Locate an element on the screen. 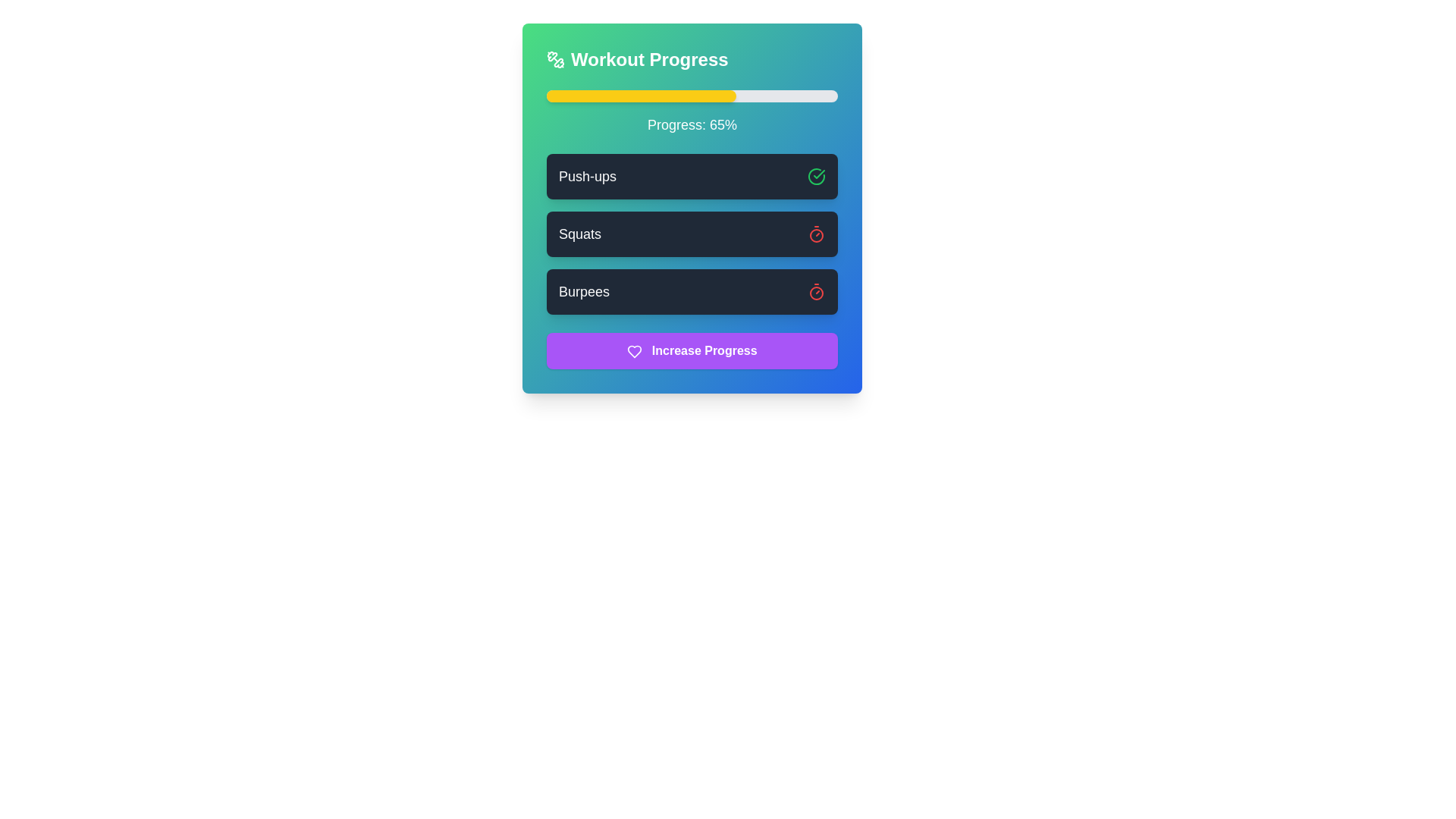 This screenshot has width=1456, height=819. the item in the vertical list containing descriptive labels such as 'Push-ups', 'Squats', or 'Burpees' is located at coordinates (691, 234).